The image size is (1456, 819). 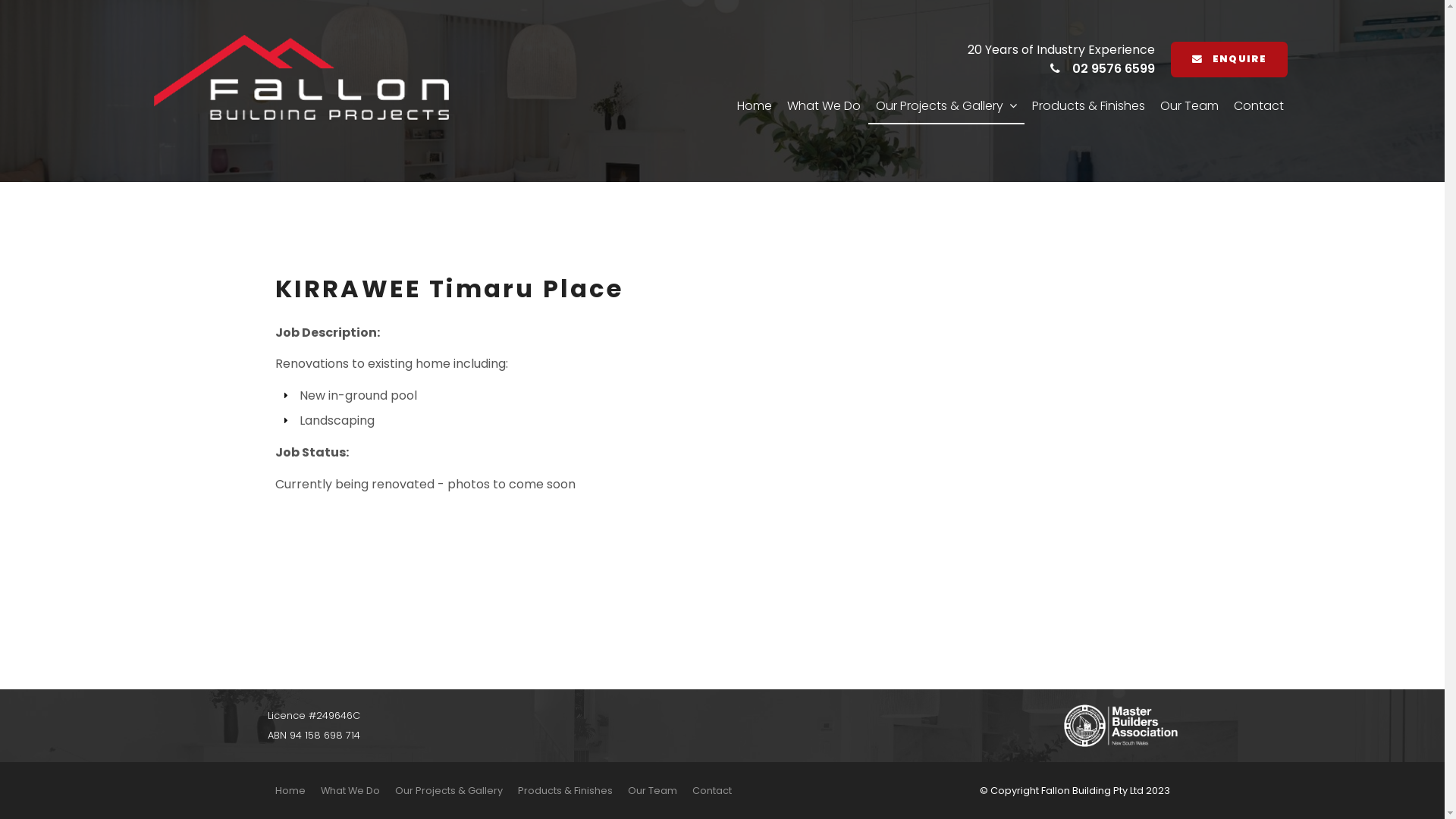 I want to click on 'Our Team', so click(x=652, y=789).